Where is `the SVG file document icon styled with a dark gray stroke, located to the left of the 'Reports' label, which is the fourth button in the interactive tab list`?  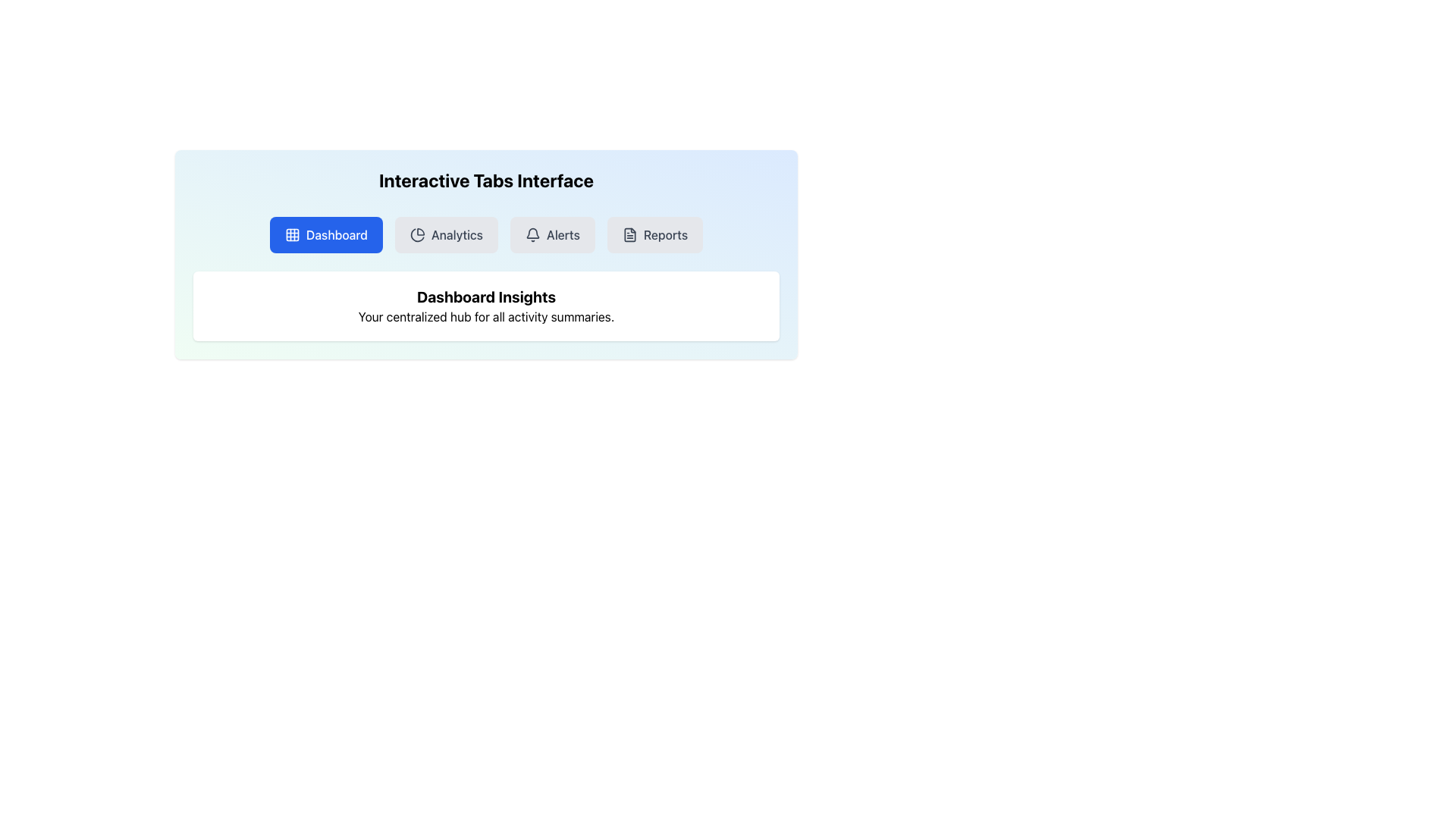
the SVG file document icon styled with a dark gray stroke, located to the left of the 'Reports' label, which is the fourth button in the interactive tab list is located at coordinates (629, 234).